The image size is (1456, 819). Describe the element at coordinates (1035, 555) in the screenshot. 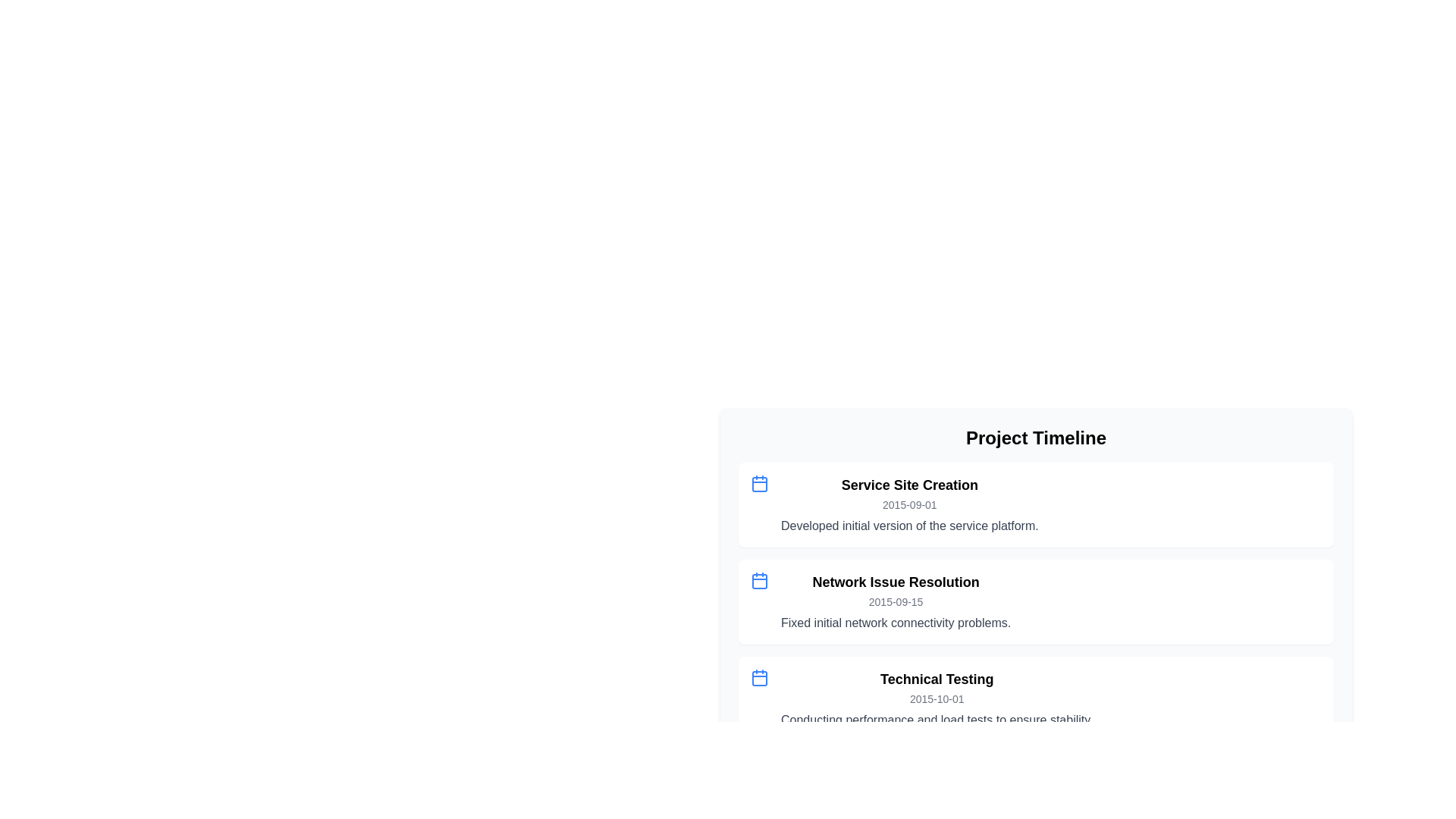

I see `the informational card representing a milestone or event in the project timeline` at that location.